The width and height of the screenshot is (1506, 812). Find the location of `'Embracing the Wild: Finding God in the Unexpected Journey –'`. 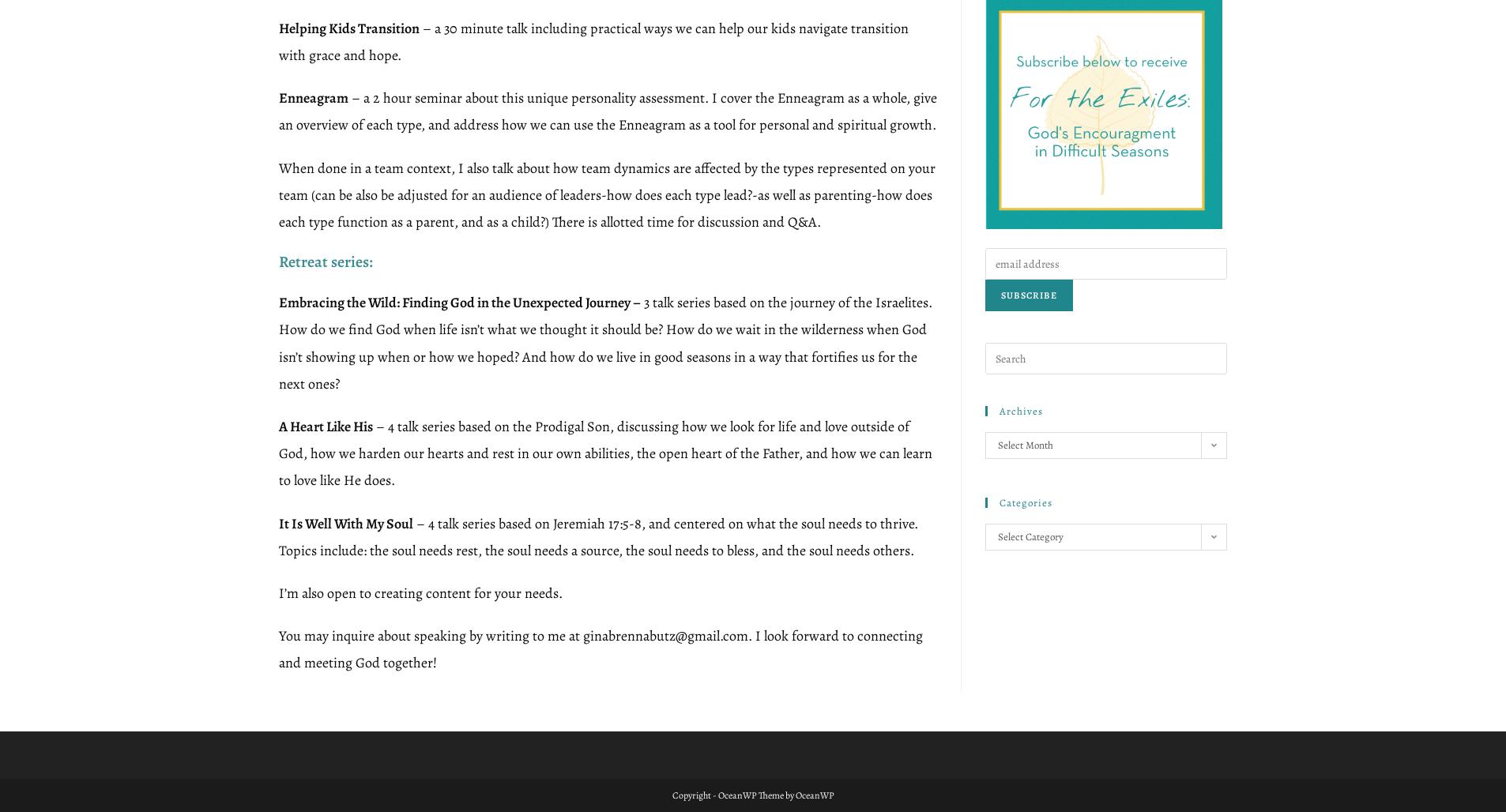

'Embracing the Wild: Finding God in the Unexpected Journey –' is located at coordinates (460, 302).